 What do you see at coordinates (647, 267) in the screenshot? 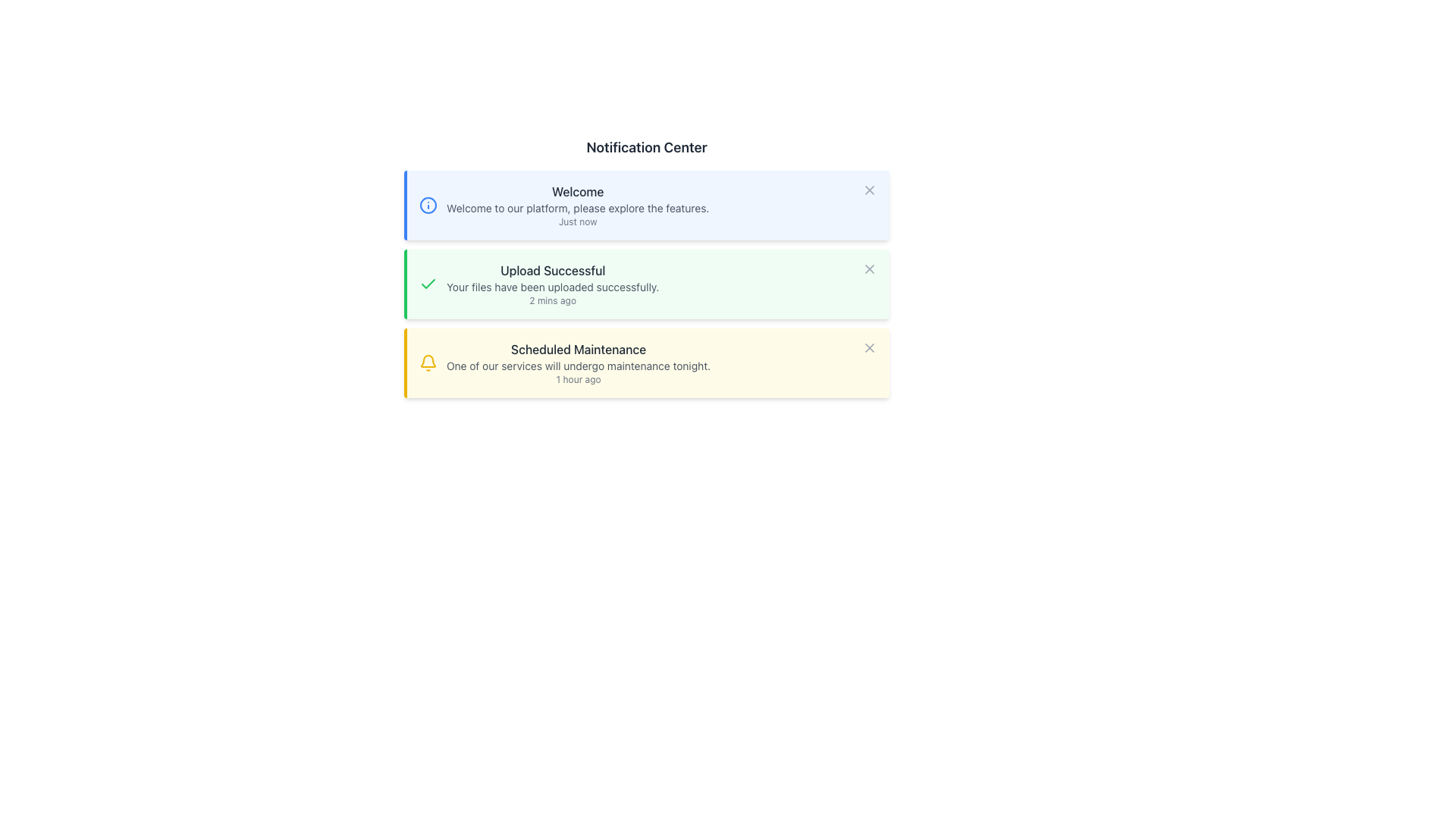
I see `the second notification card in the notification center, which informs users of a successful file upload operation and is located between a blue-bordered 'Welcome' notification and a yellow-bordered 'Scheduled Maintenance' notification` at bounding box center [647, 267].